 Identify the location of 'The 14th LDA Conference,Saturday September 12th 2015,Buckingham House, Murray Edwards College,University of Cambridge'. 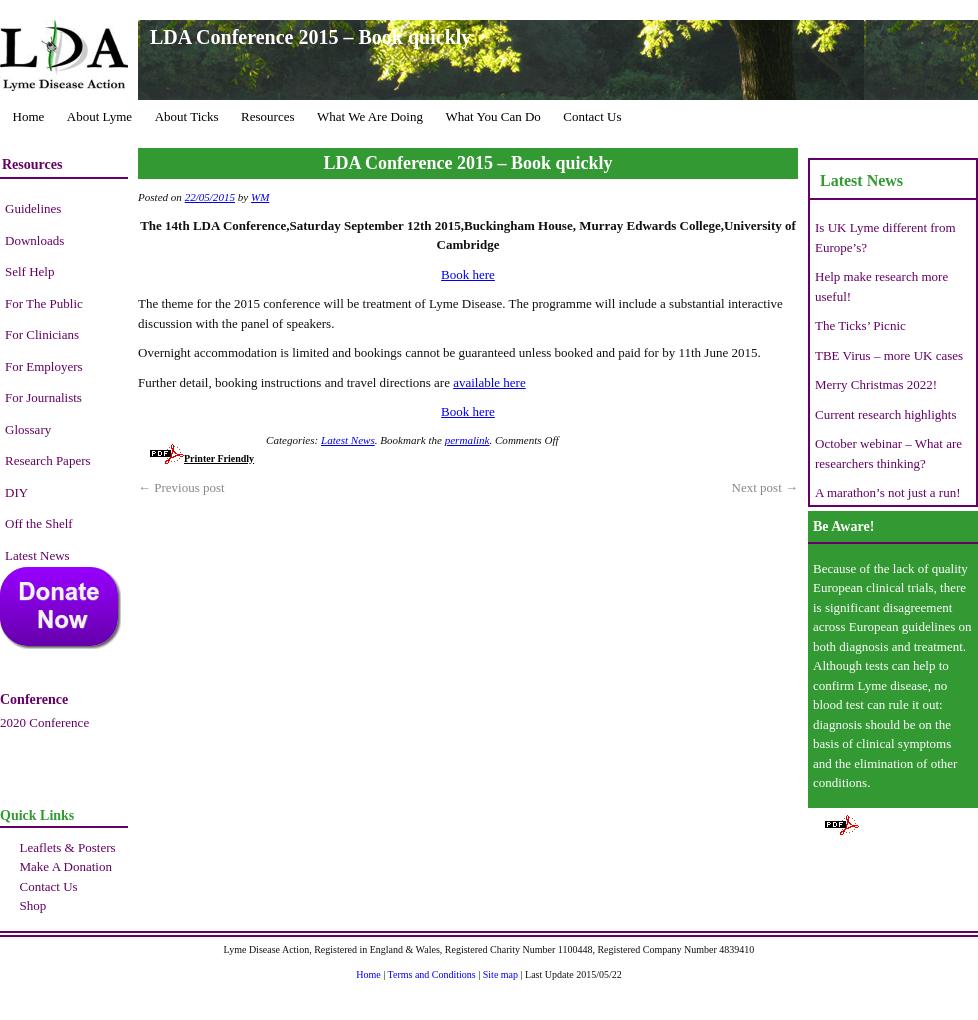
(466, 234).